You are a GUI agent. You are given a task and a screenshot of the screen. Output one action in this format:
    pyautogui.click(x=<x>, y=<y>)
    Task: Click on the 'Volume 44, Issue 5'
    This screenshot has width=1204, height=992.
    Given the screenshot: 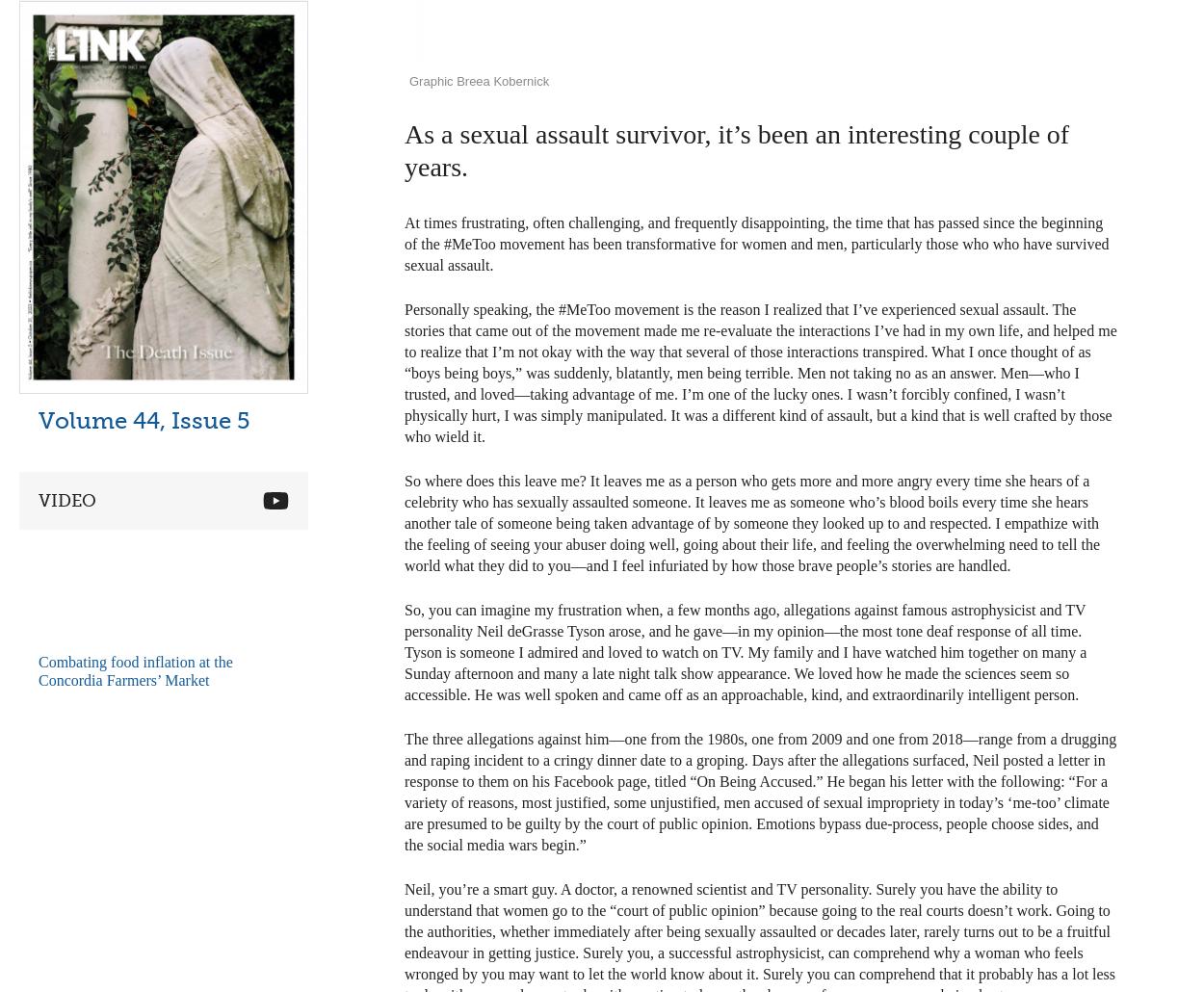 What is the action you would take?
    pyautogui.click(x=144, y=419)
    